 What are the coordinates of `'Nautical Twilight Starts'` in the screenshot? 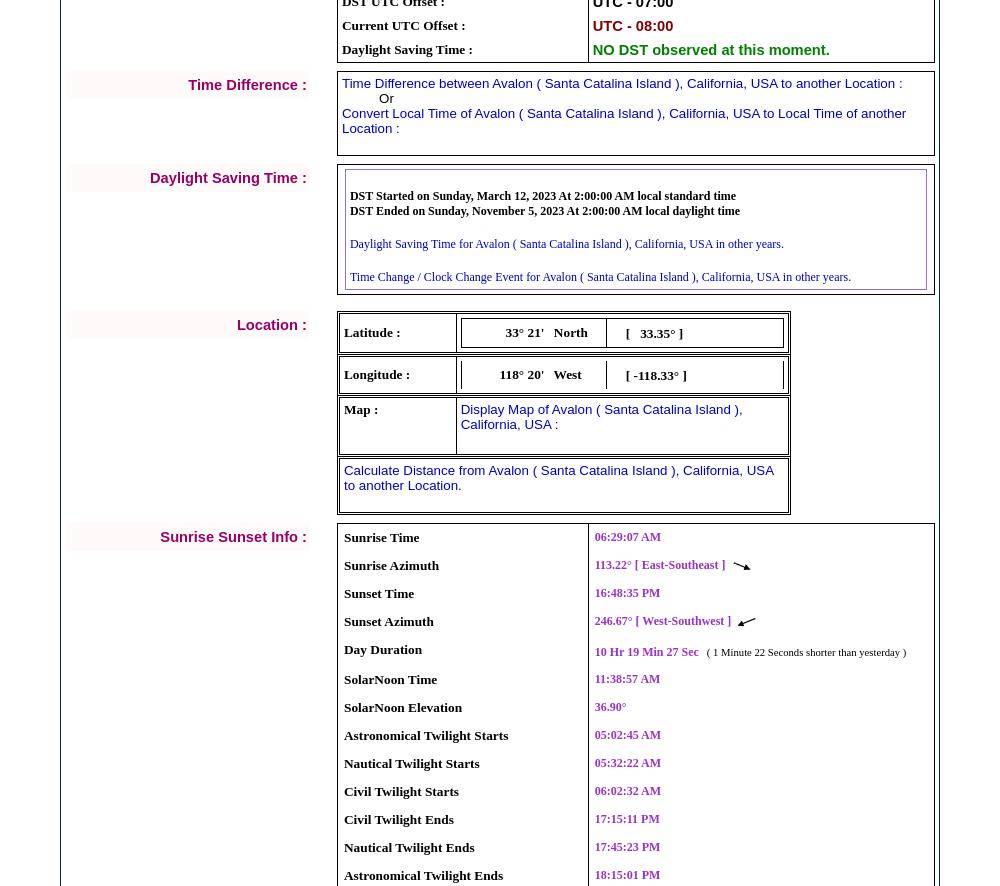 It's located at (411, 761).